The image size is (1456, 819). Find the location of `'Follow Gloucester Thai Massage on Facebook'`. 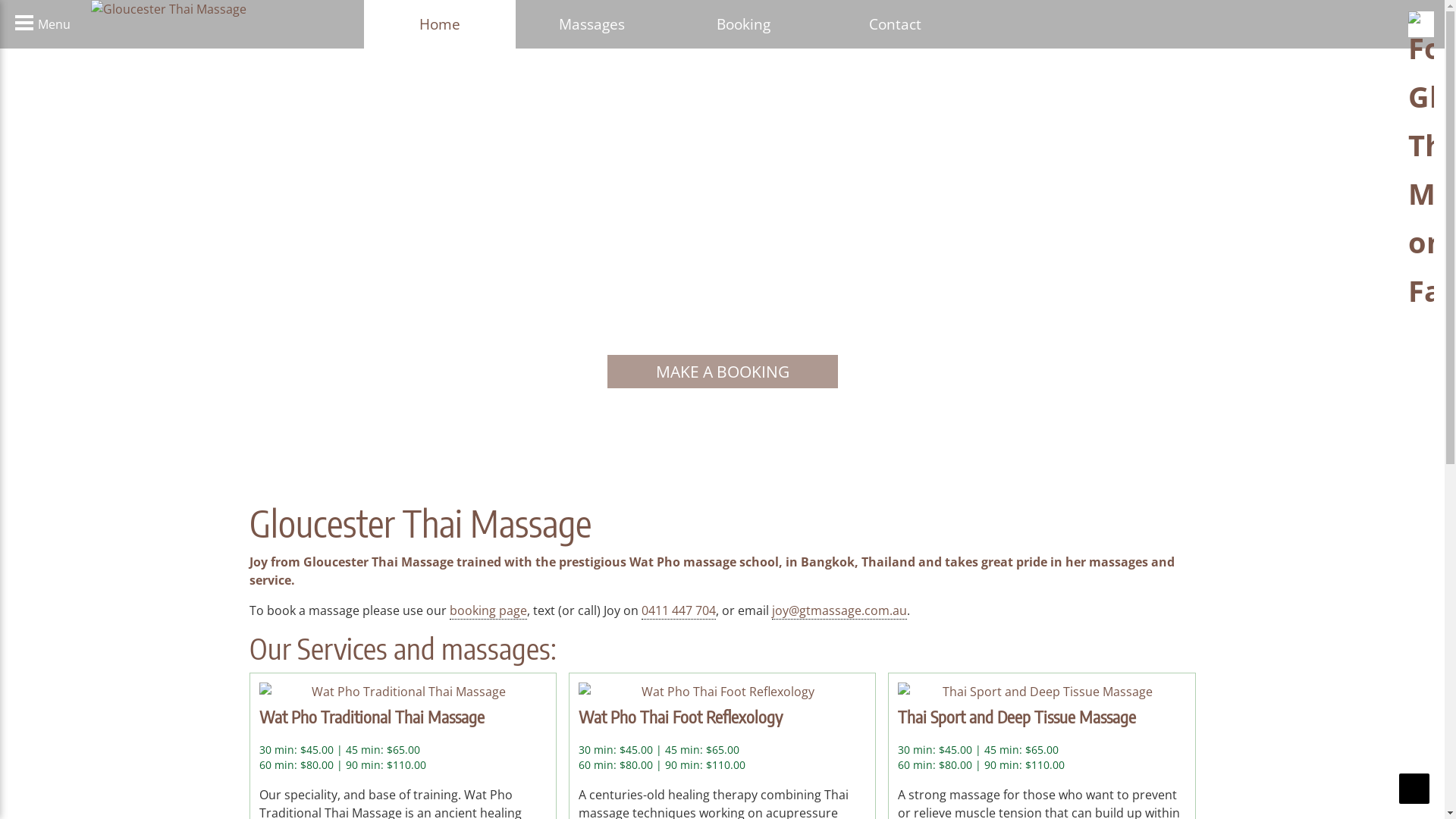

'Follow Gloucester Thai Massage on Facebook' is located at coordinates (1420, 24).